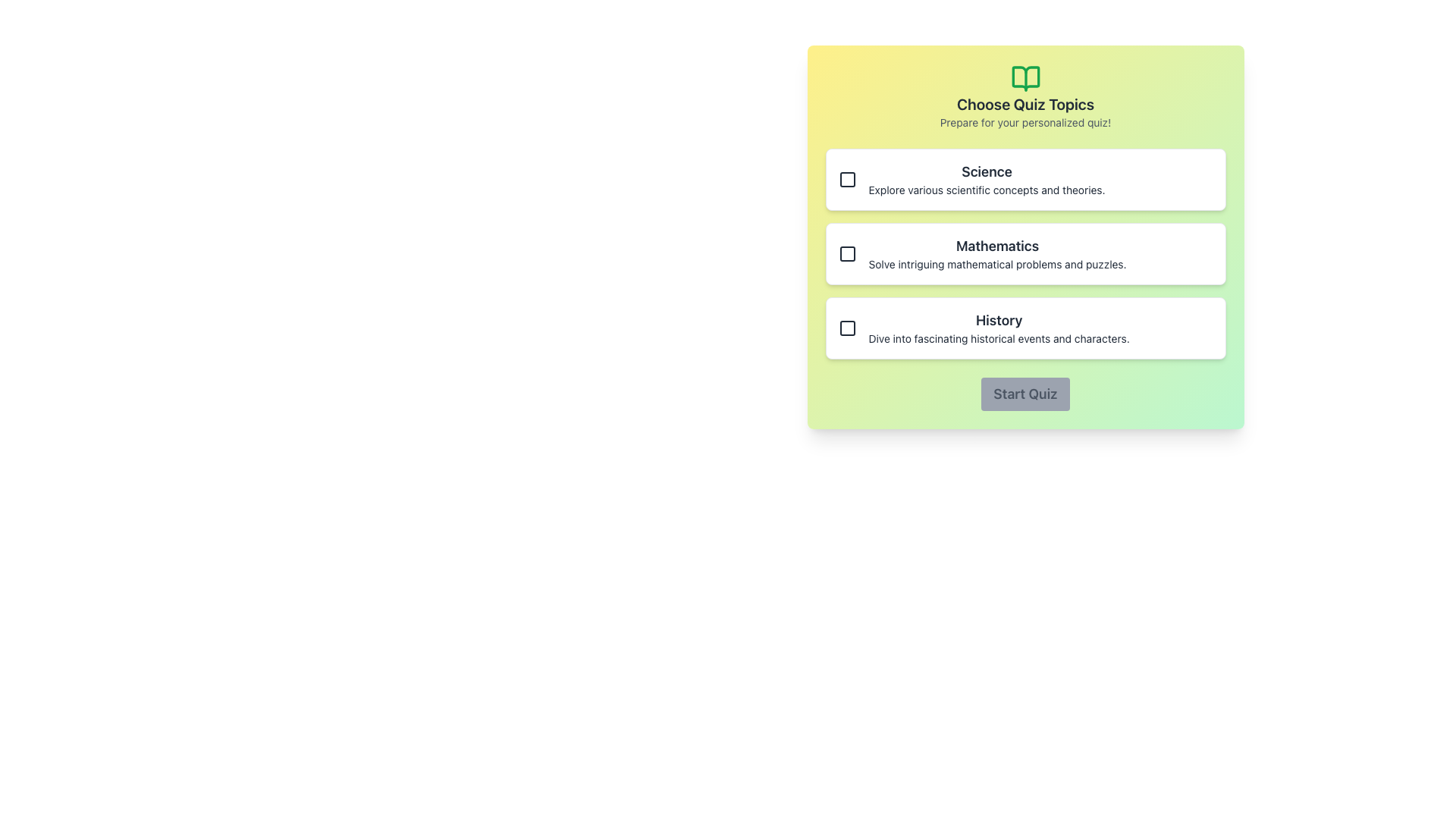 This screenshot has height=819, width=1456. I want to click on description text of the first card in the topic choices, which includes 'Science' in bold and 'Explore various scientific concepts and theories' in regular font, so click(987, 178).